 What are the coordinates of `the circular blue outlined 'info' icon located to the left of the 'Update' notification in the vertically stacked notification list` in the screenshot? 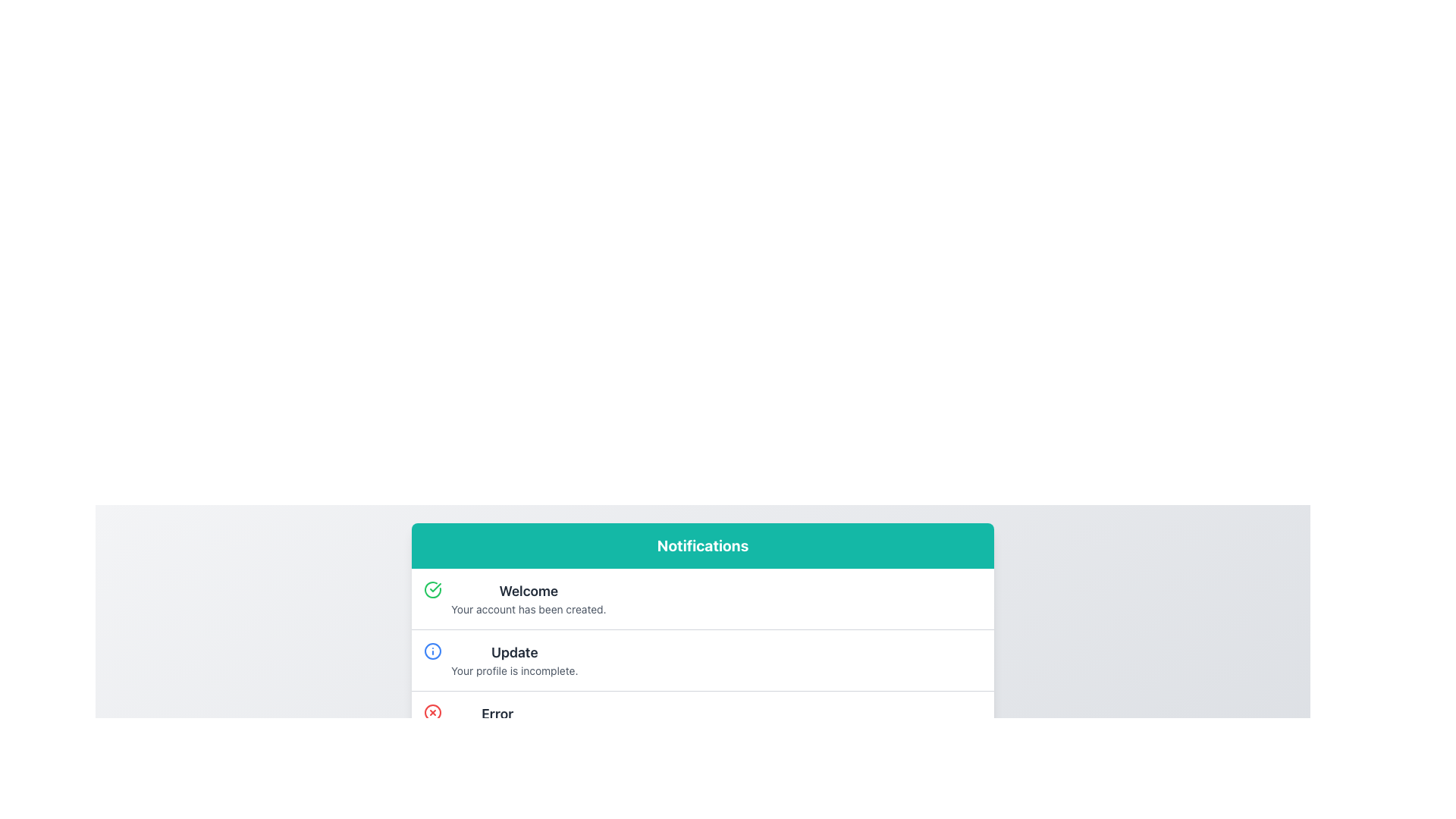 It's located at (432, 651).